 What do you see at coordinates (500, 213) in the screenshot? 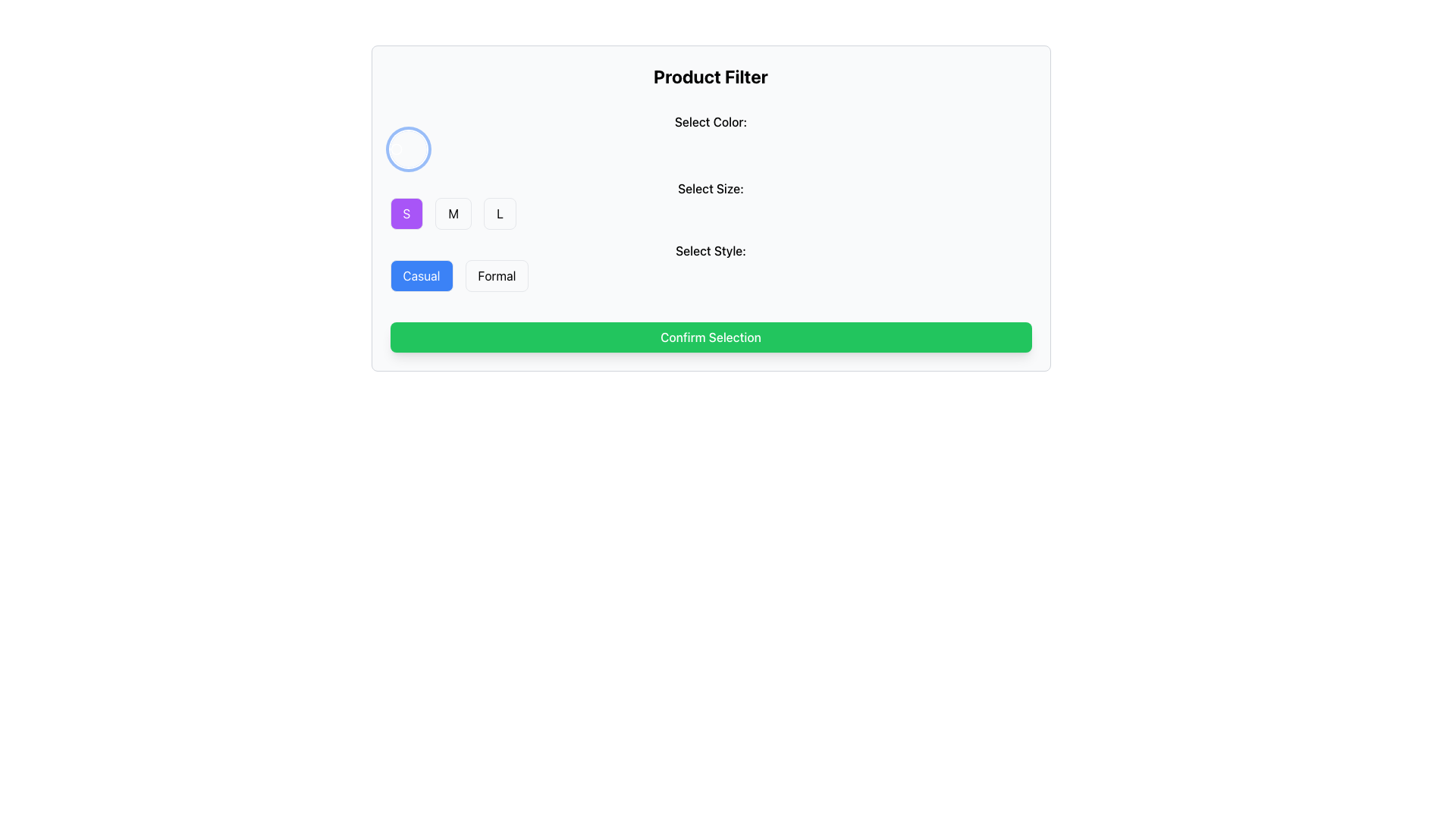
I see `the third button in the size selection group` at bounding box center [500, 213].